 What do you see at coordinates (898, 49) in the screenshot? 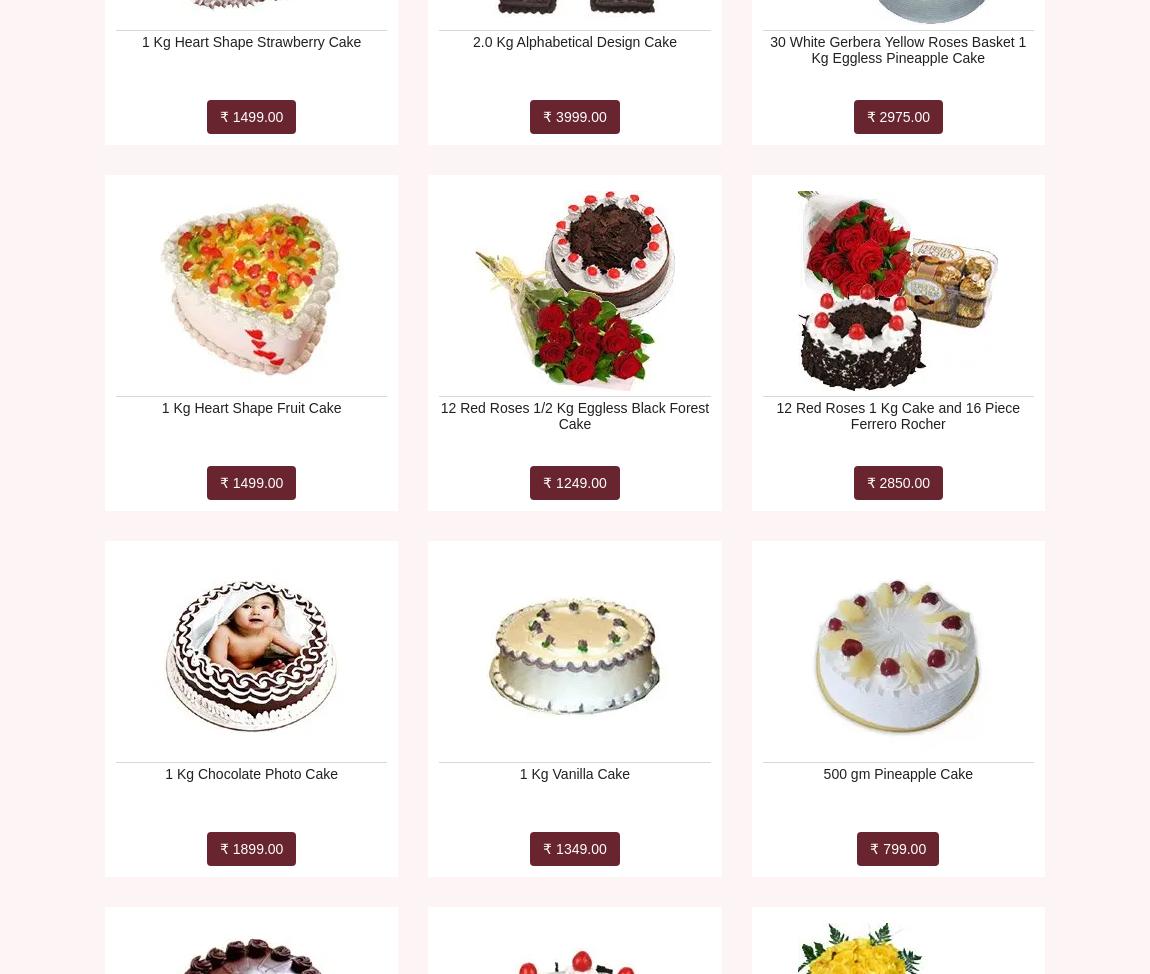
I see `'30 White Gerbera Yellow Roses Basket 1 Kg Eggless Pineapple Cake'` at bounding box center [898, 49].